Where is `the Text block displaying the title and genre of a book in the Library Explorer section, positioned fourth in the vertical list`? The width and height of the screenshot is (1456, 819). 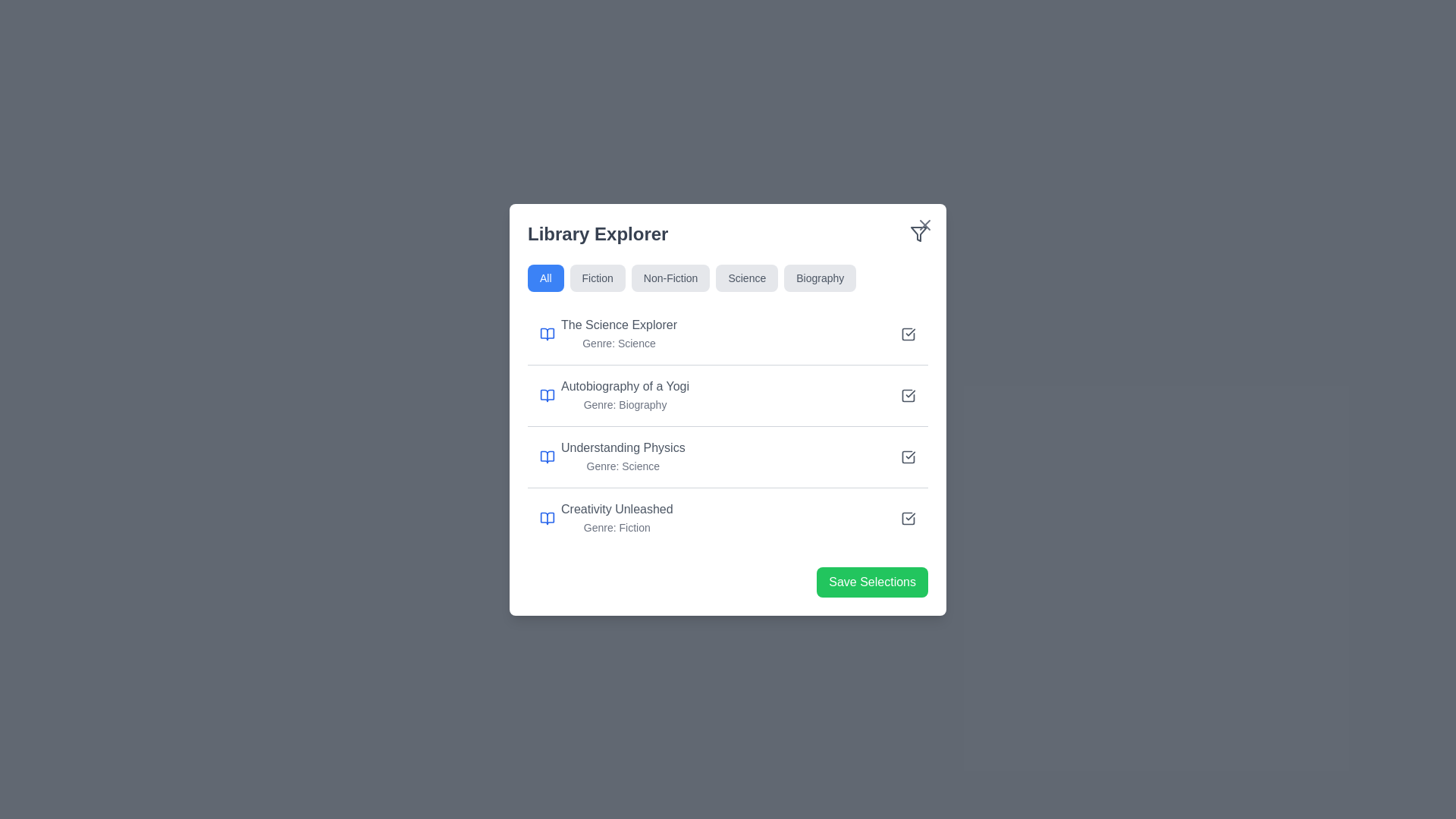 the Text block displaying the title and genre of a book in the Library Explorer section, positioned fourth in the vertical list is located at coordinates (617, 517).